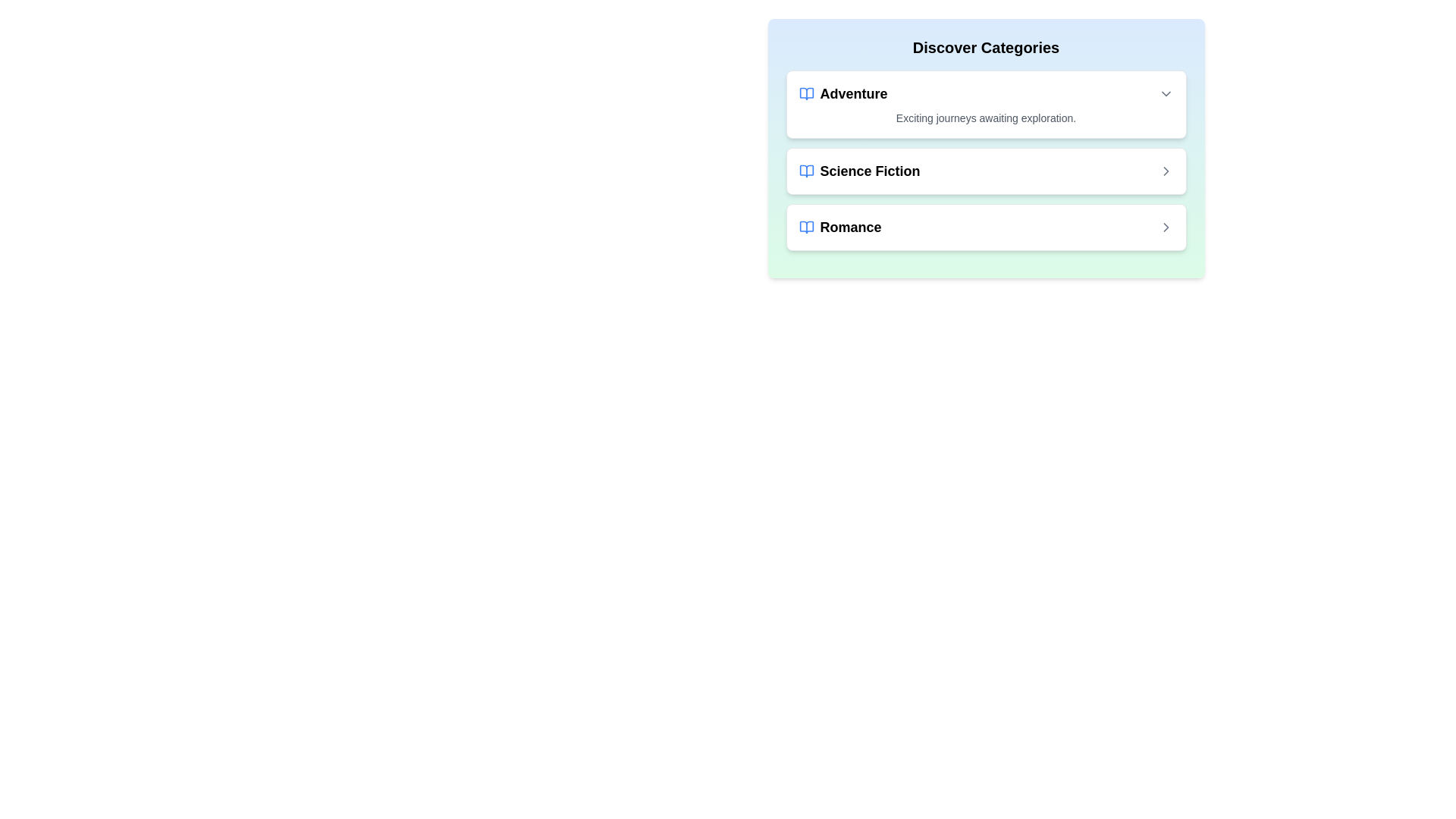 The height and width of the screenshot is (819, 1456). Describe the element at coordinates (986, 227) in the screenshot. I see `the category Romance to see the hover effect` at that location.